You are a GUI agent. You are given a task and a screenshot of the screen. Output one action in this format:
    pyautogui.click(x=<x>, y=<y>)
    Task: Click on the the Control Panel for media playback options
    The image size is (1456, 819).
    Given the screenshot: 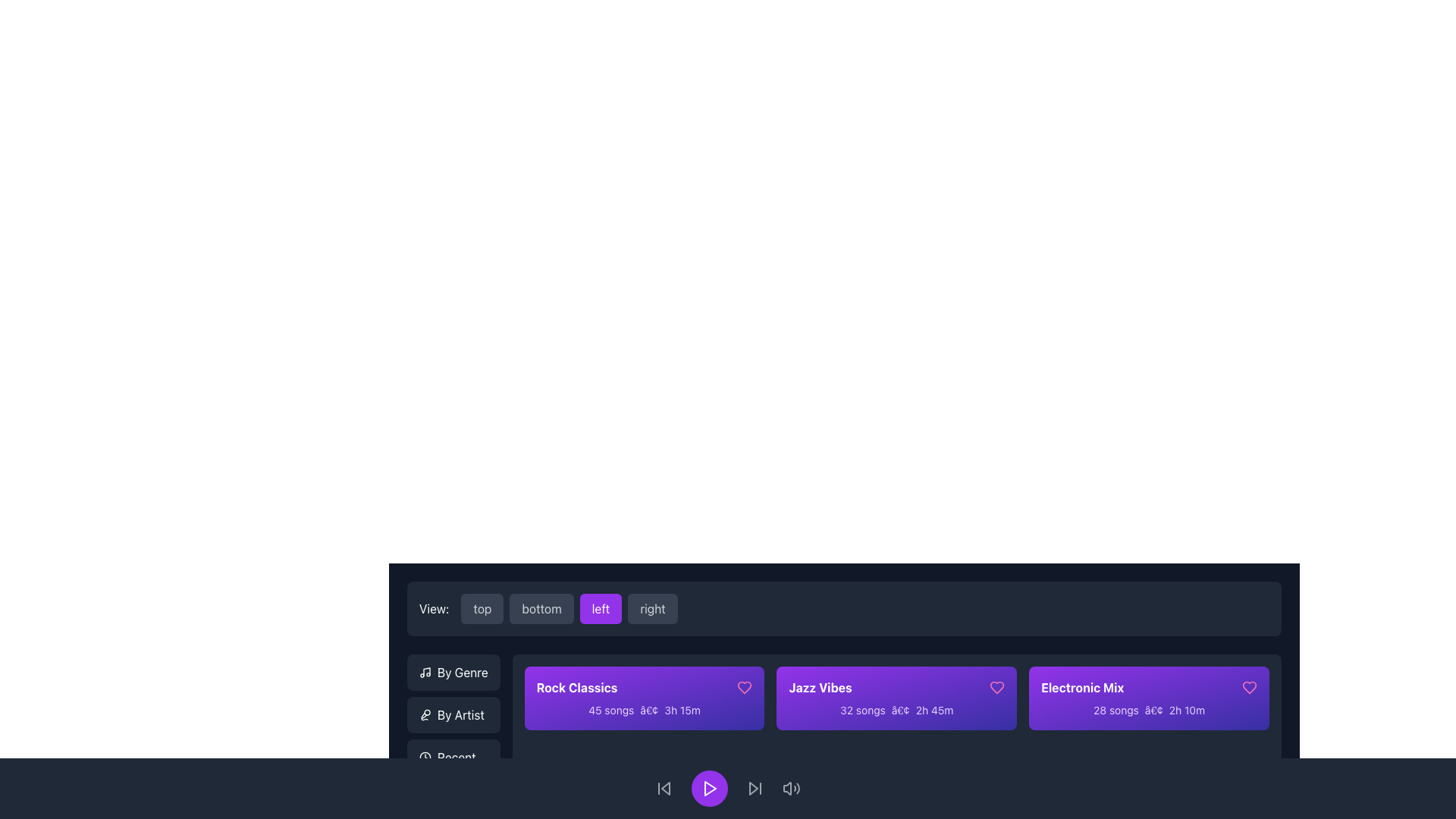 What is the action you would take?
    pyautogui.click(x=728, y=788)
    